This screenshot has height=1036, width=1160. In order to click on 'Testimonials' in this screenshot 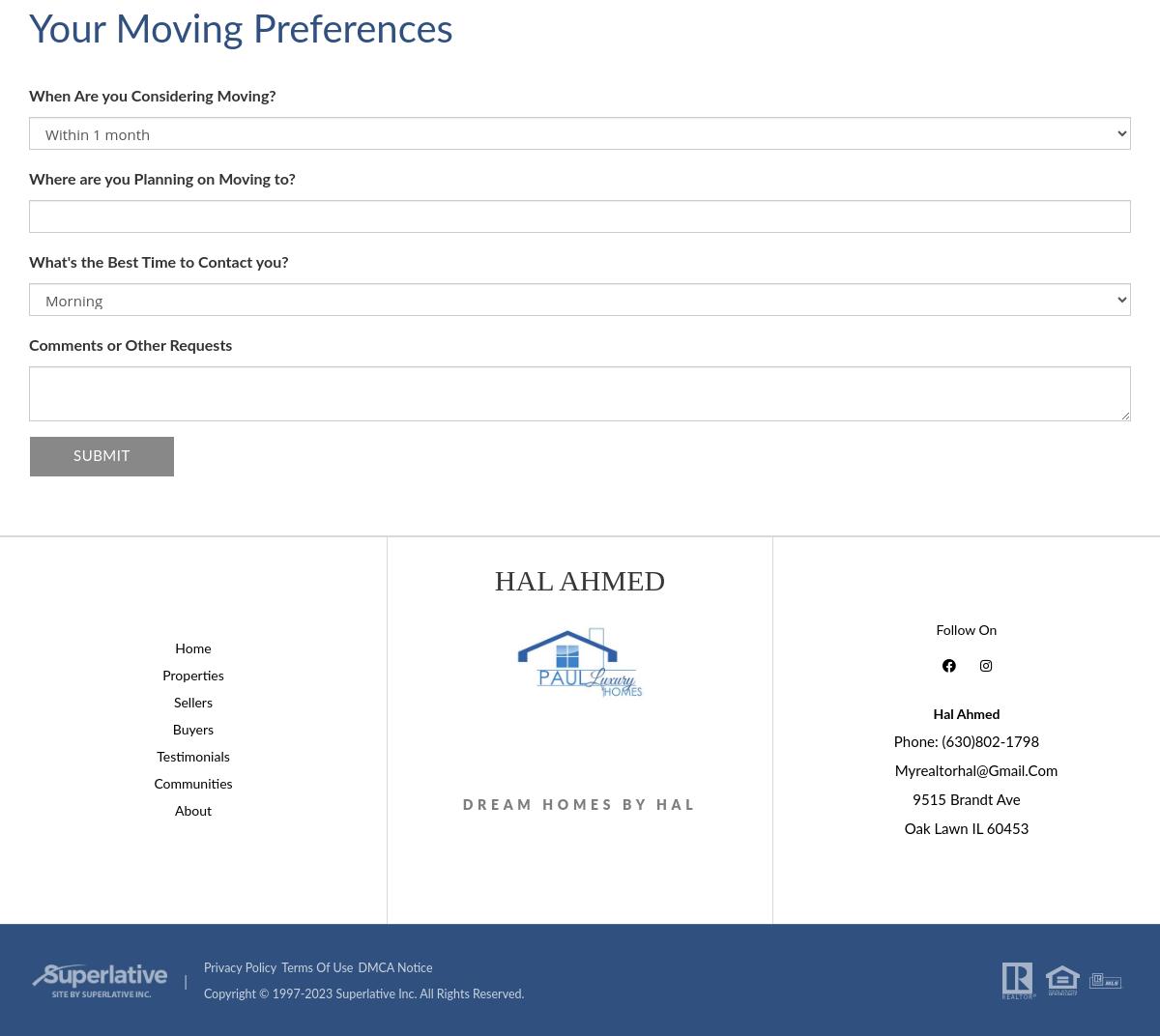, I will do `click(191, 757)`.